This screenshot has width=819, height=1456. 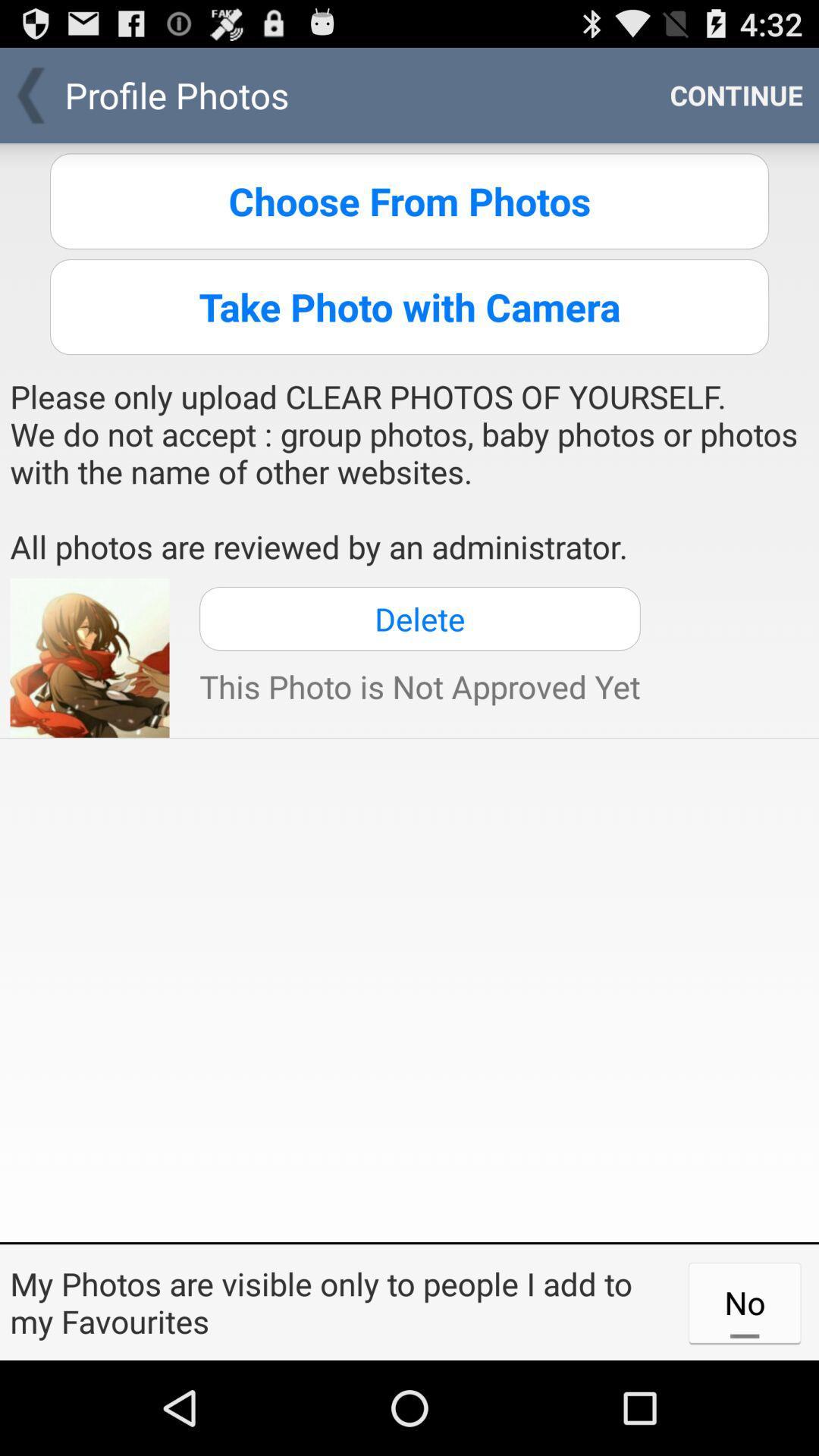 What do you see at coordinates (409, 200) in the screenshot?
I see `first option` at bounding box center [409, 200].